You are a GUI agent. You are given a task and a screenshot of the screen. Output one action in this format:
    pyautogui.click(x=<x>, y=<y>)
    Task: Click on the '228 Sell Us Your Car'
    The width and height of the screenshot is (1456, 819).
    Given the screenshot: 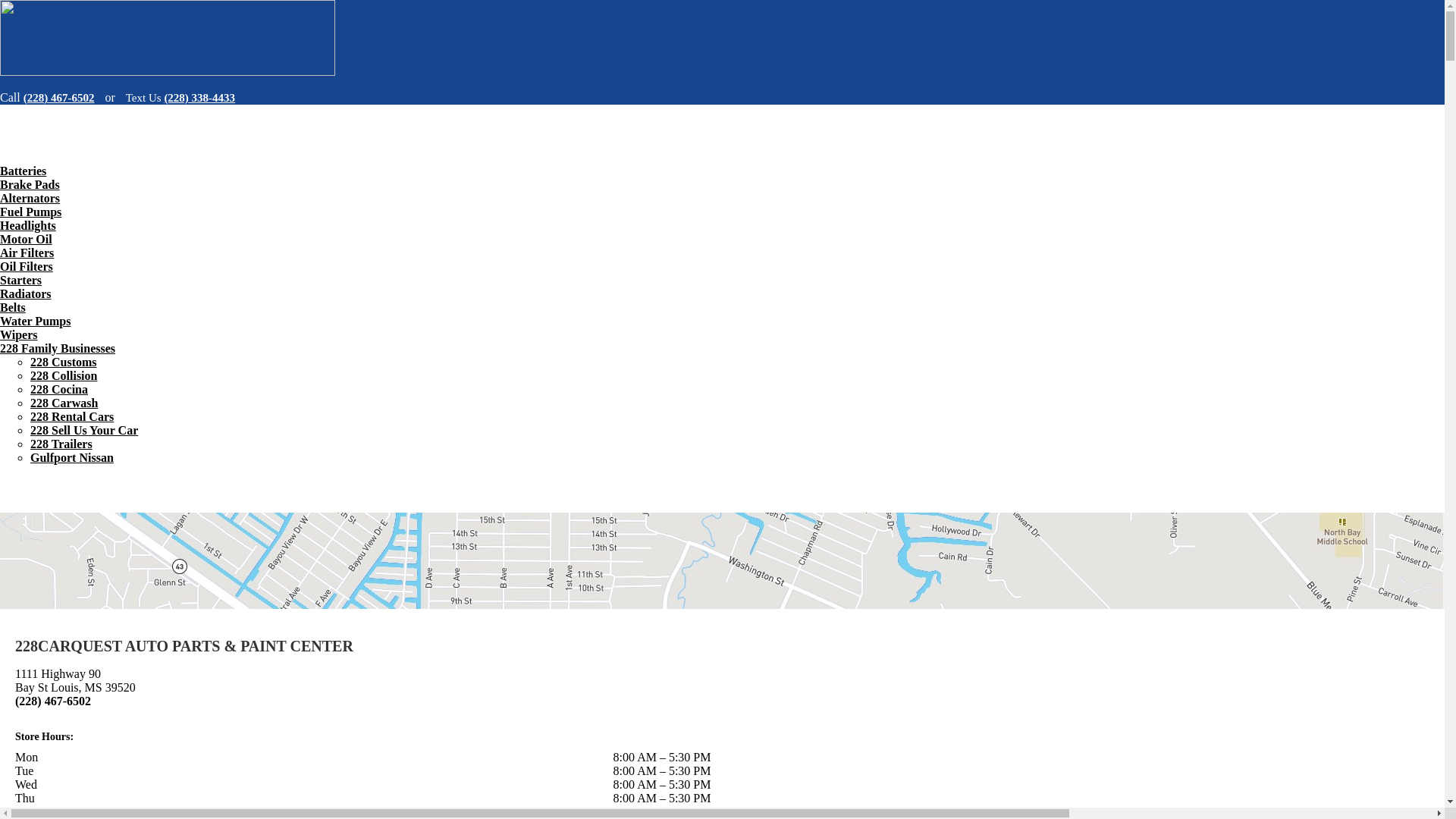 What is the action you would take?
    pyautogui.click(x=83, y=430)
    